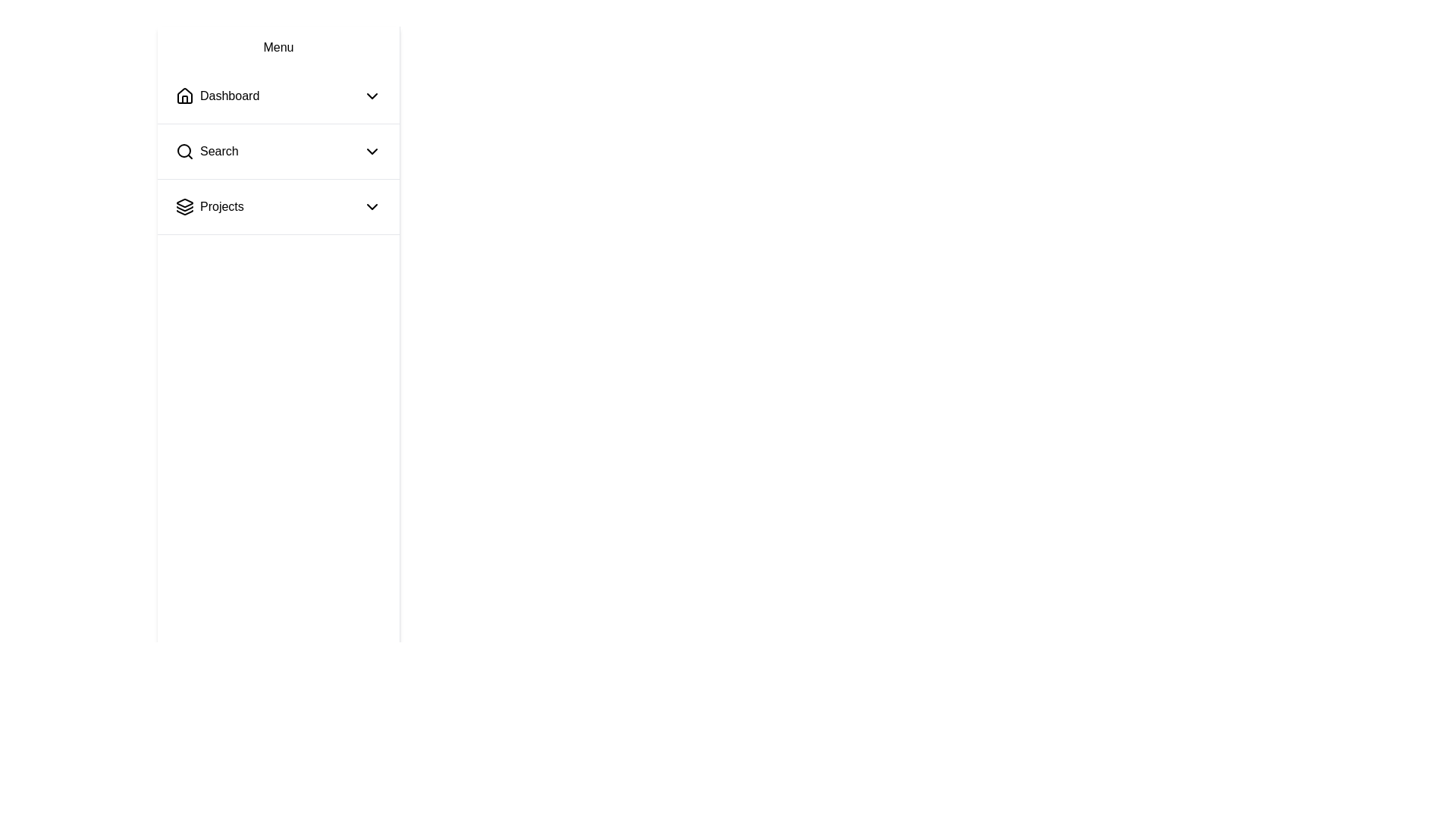 The image size is (1456, 819). Describe the element at coordinates (184, 151) in the screenshot. I see `the circular part of the search icon representing the lens of a magnifying glass, located centrally above the 'Search' text in the sidebar` at that location.